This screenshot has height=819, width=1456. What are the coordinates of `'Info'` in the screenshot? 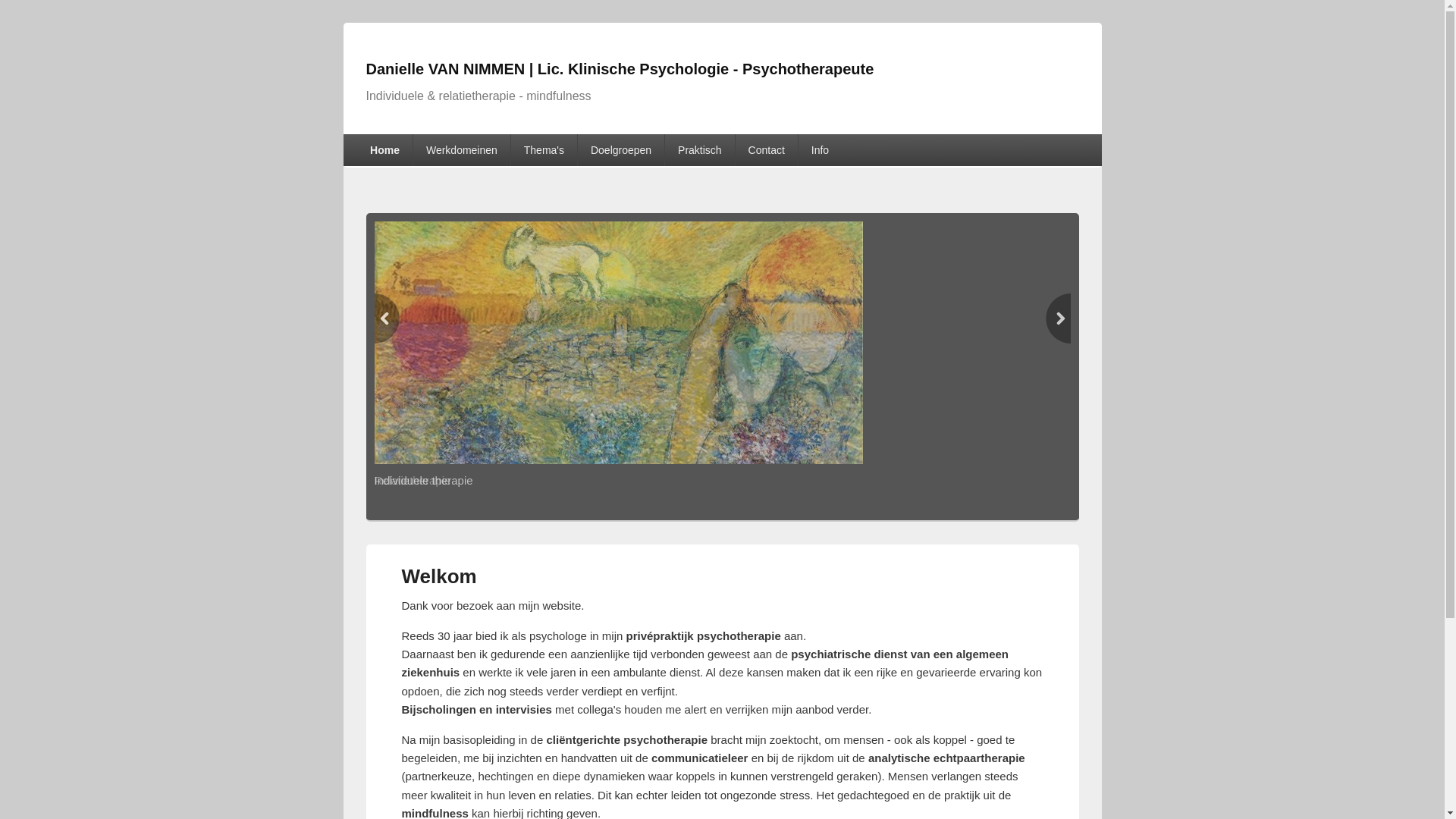 It's located at (819, 149).